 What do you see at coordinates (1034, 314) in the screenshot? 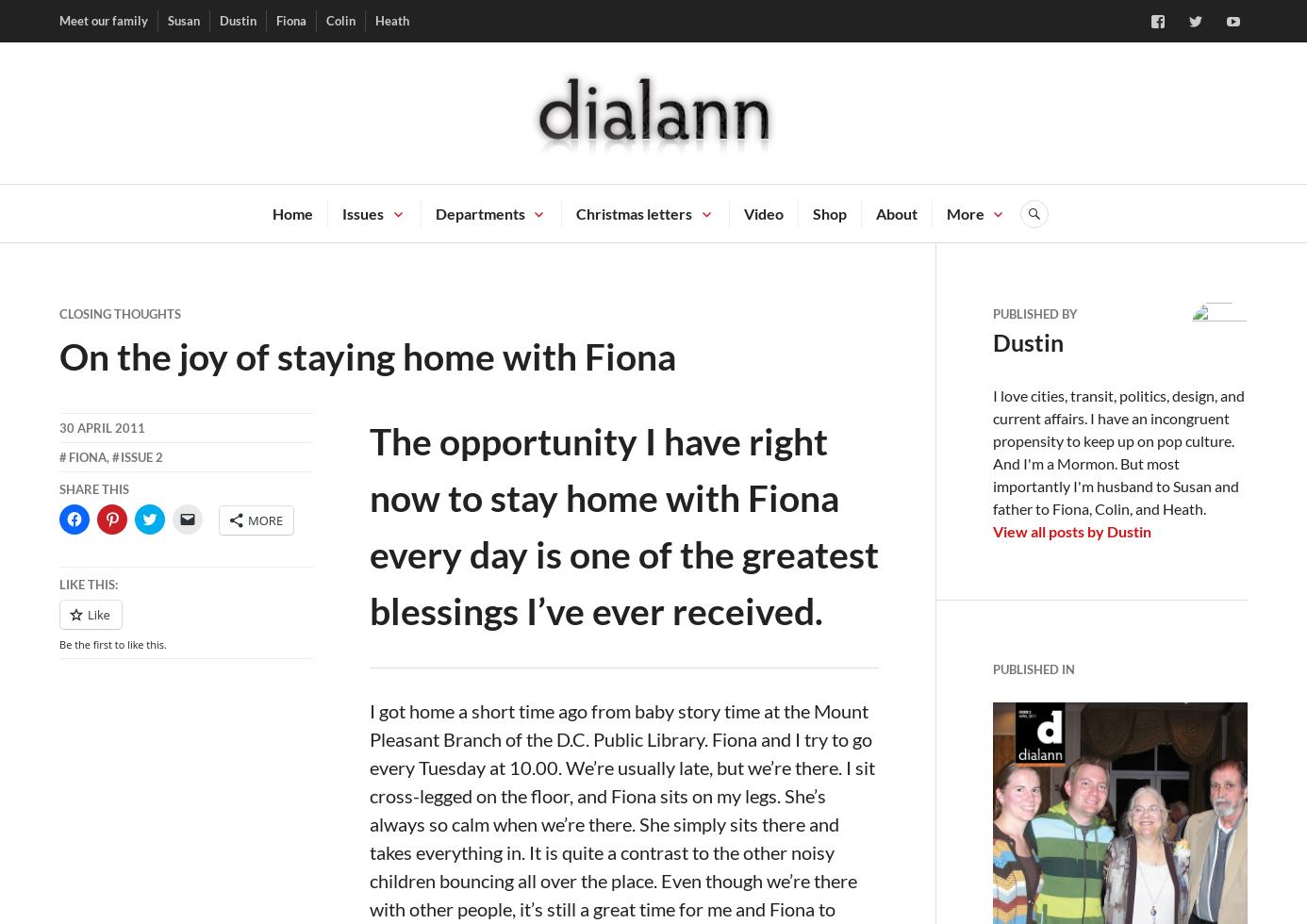
I see `'Published by'` at bounding box center [1034, 314].